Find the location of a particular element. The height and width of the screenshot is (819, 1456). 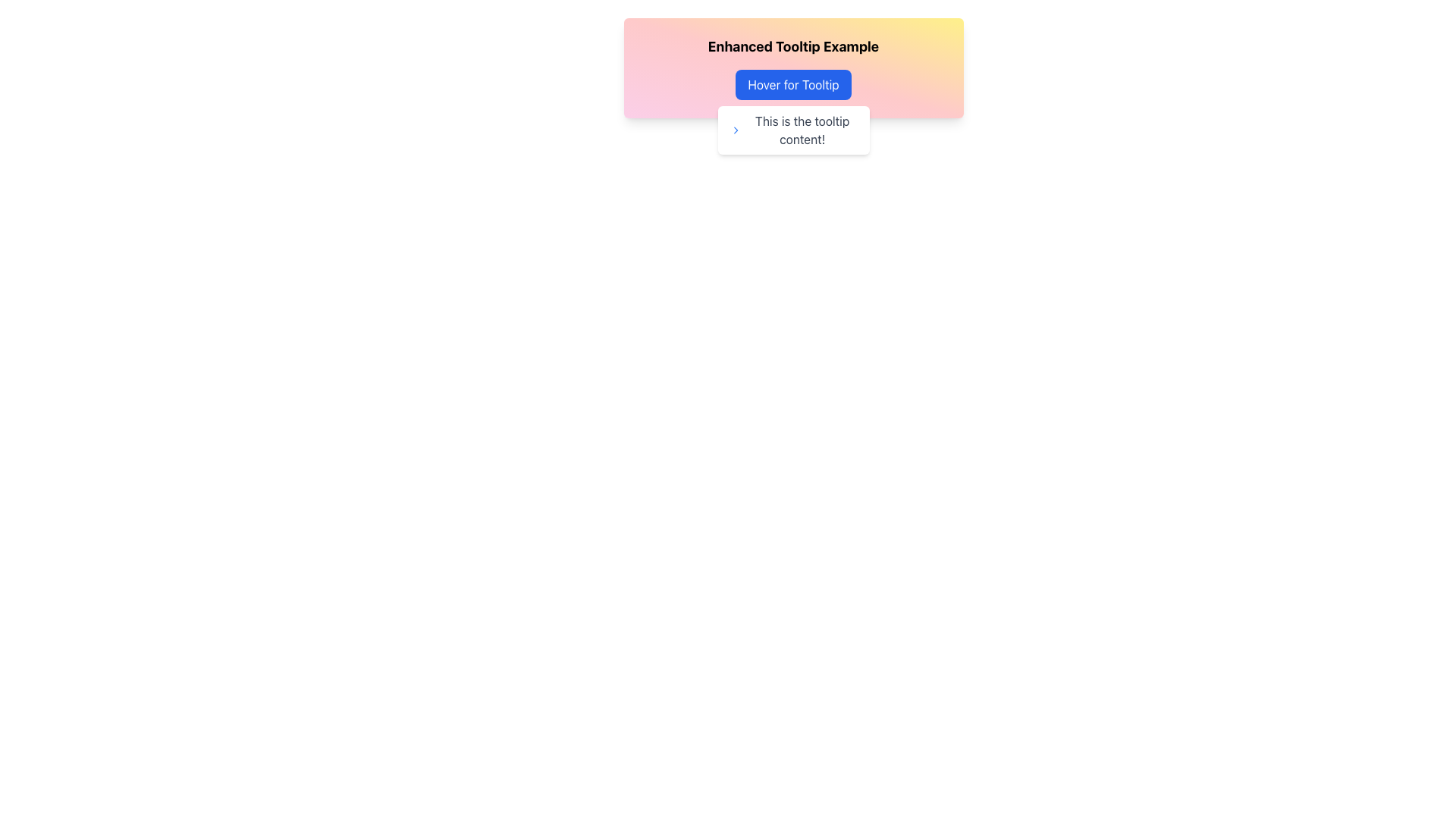

the tooltip that provides additional context or information, positioned directly below the button labeled 'Hover for Tooltip' is located at coordinates (792, 130).